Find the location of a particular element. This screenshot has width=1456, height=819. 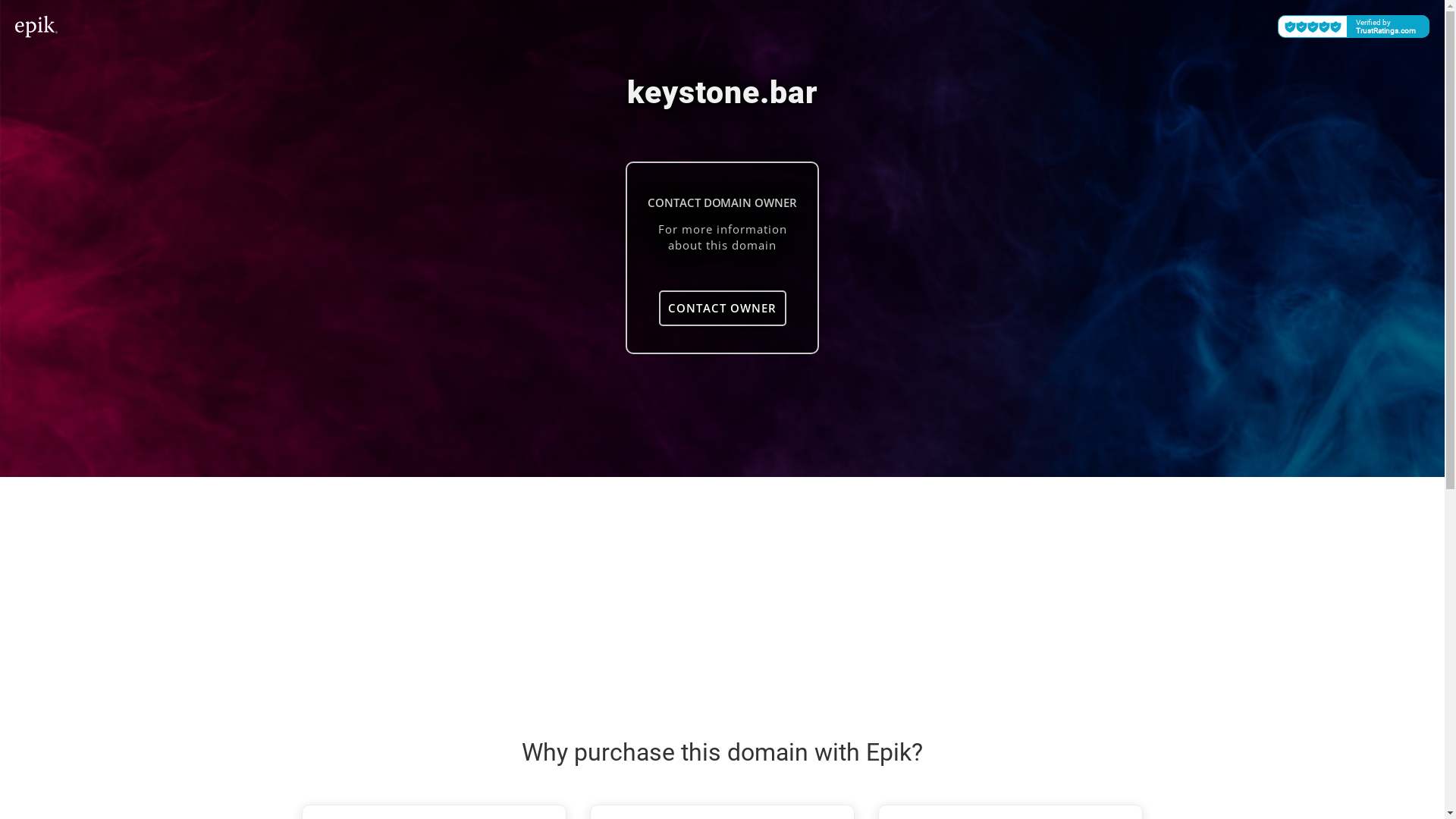

'CONTACT OWNER' is located at coordinates (658, 307).